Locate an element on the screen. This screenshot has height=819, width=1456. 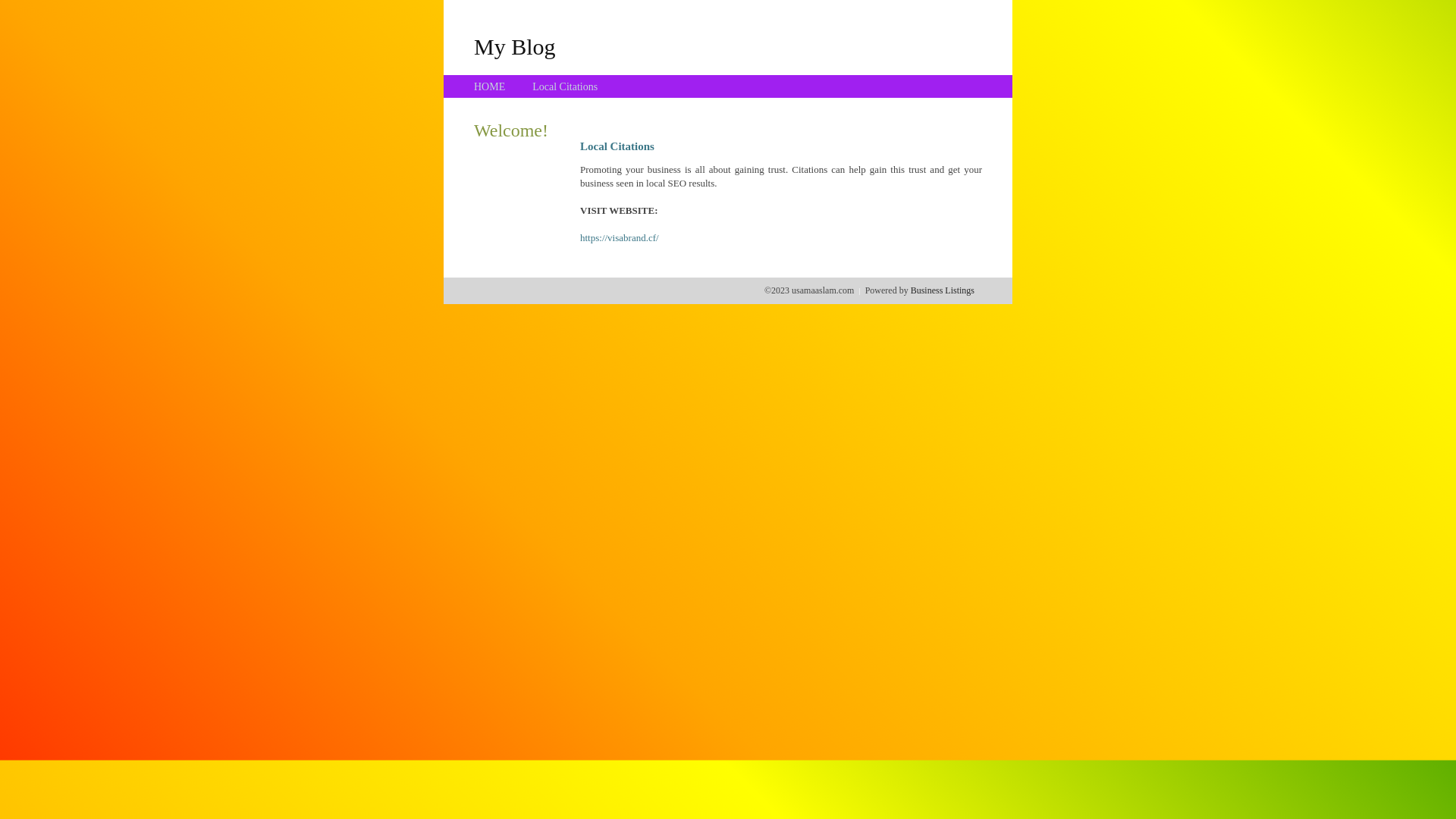
'HOME' is located at coordinates (489, 86).